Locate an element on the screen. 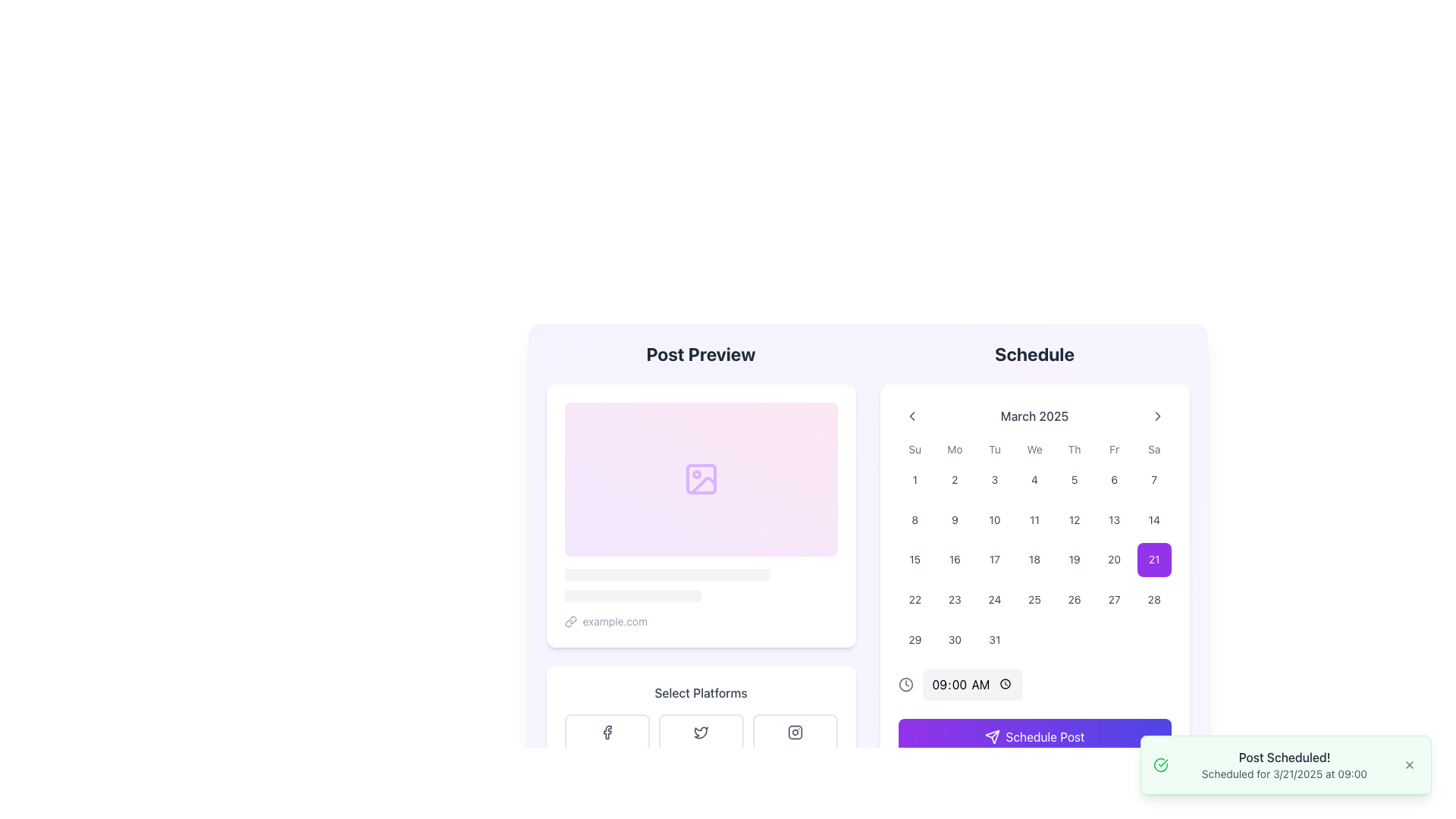 The image size is (1456, 819). the chain link icon located in the bottom left corner of the 'Post Preview' card, which is the second item in a two-icon set is located at coordinates (572, 620).